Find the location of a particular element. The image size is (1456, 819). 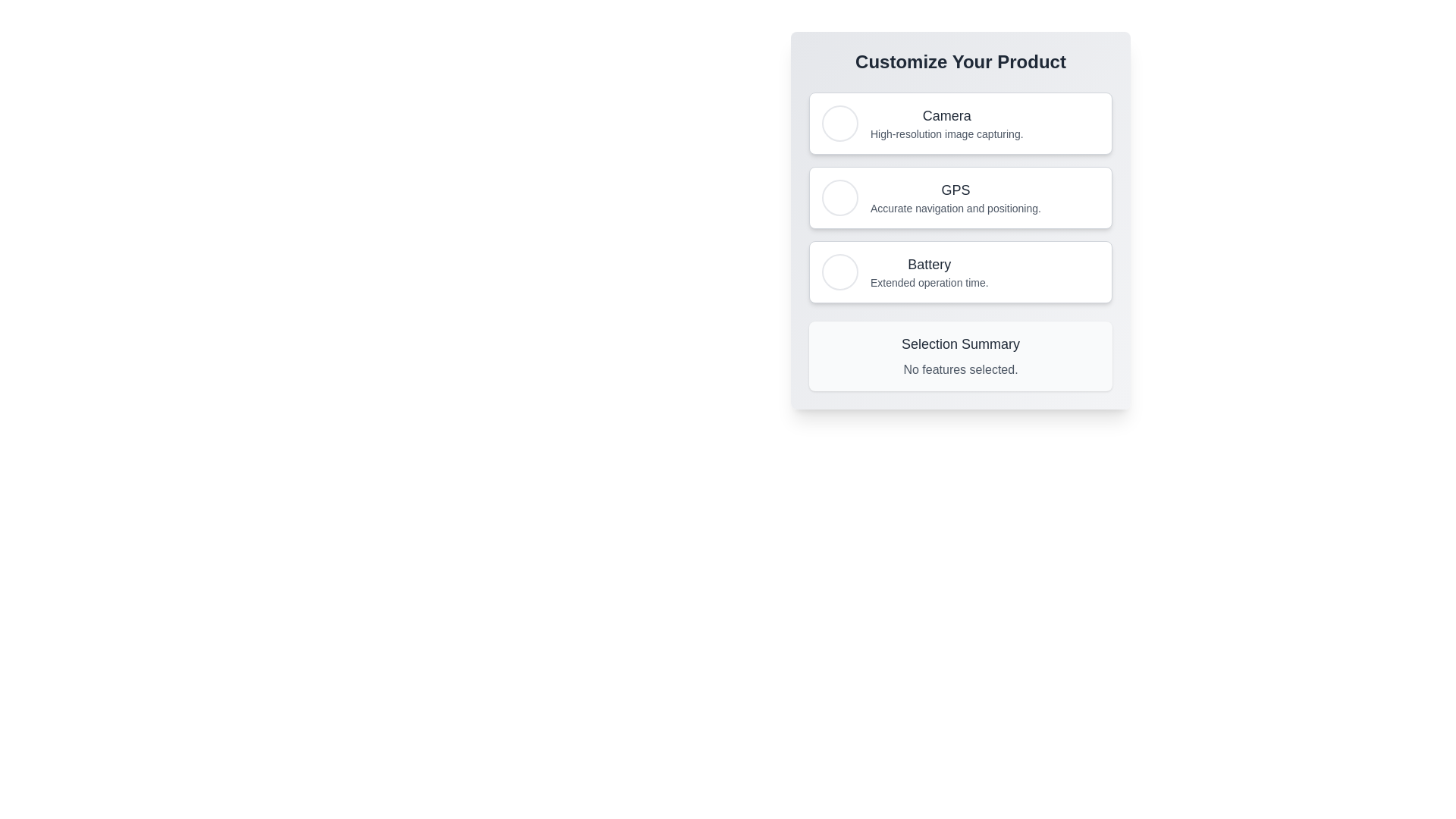

the static text label displaying 'High-resolution image capturing.' located below the text 'Camera' in a vertical list of selectable options is located at coordinates (946, 133).